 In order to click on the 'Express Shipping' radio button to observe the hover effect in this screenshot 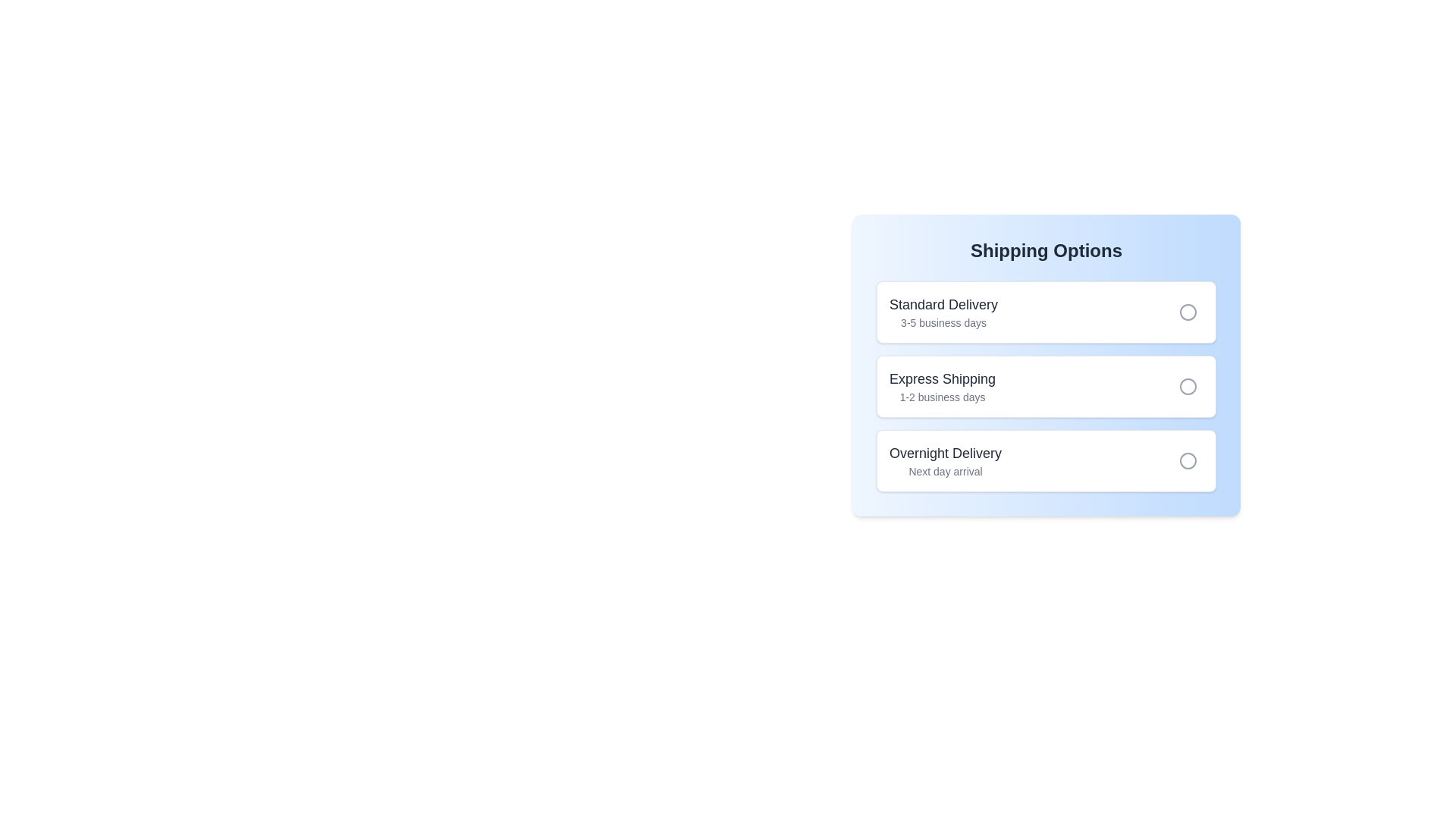, I will do `click(1187, 385)`.